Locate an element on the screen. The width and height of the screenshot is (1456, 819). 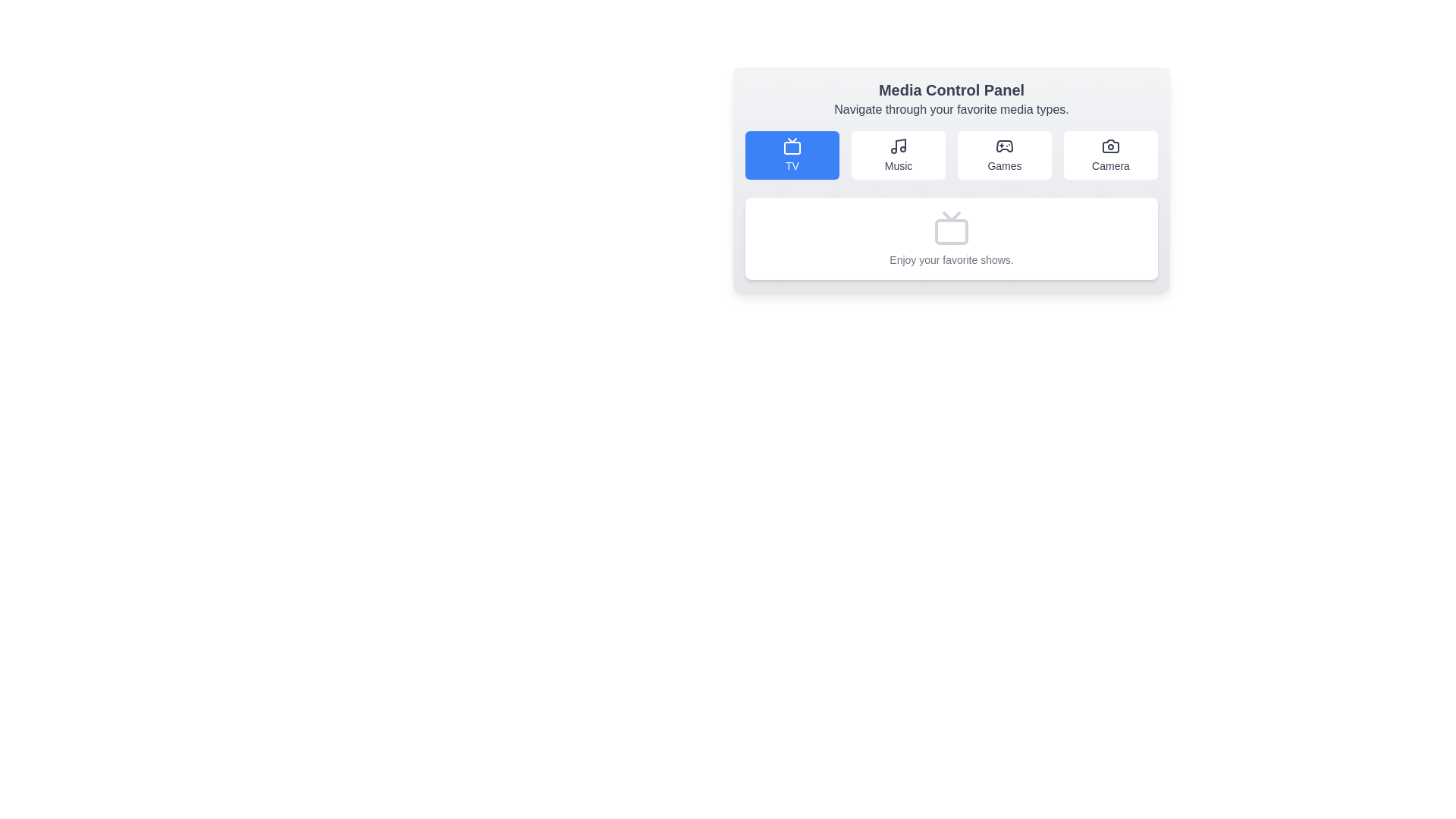
the Camera button, which is the fourth button in a group of media category buttons, to trigger the scaling hover effect is located at coordinates (1110, 155).